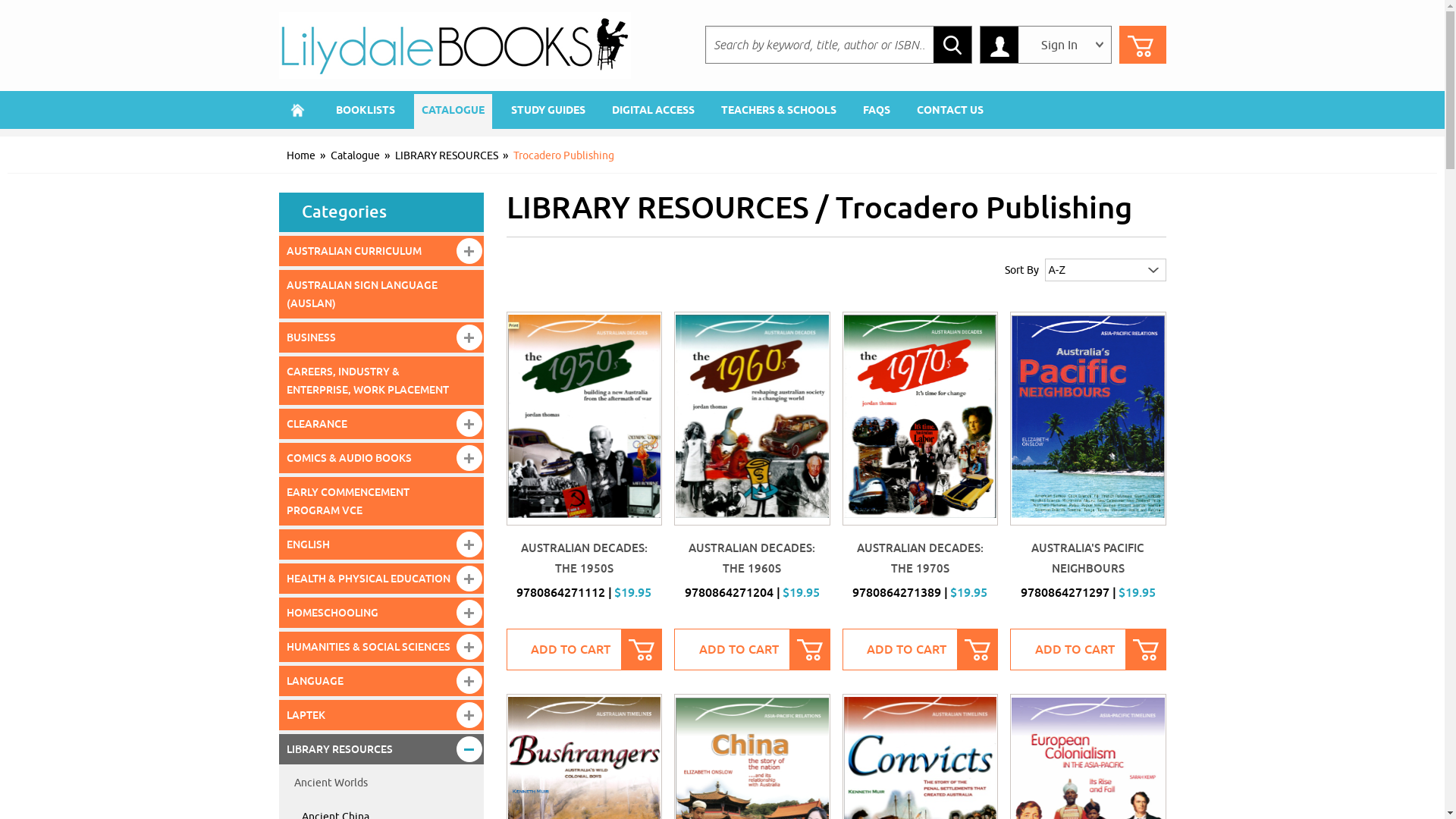 This screenshot has width=1456, height=819. I want to click on 'AUSTRALIAN DECADES: THE 1950S', so click(583, 558).